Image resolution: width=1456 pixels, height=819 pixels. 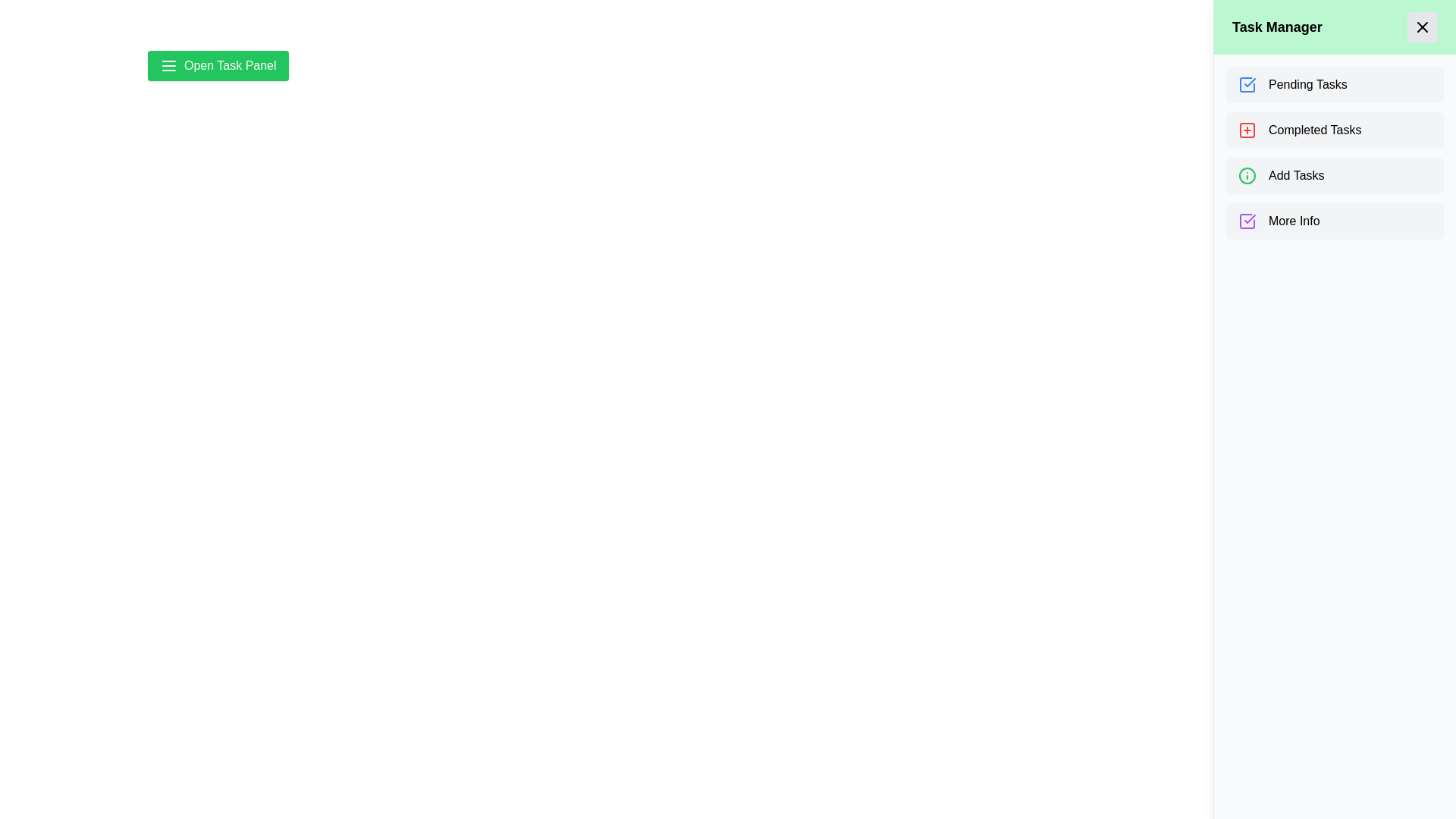 What do you see at coordinates (1422, 27) in the screenshot?
I see `close button on the task drawer header` at bounding box center [1422, 27].